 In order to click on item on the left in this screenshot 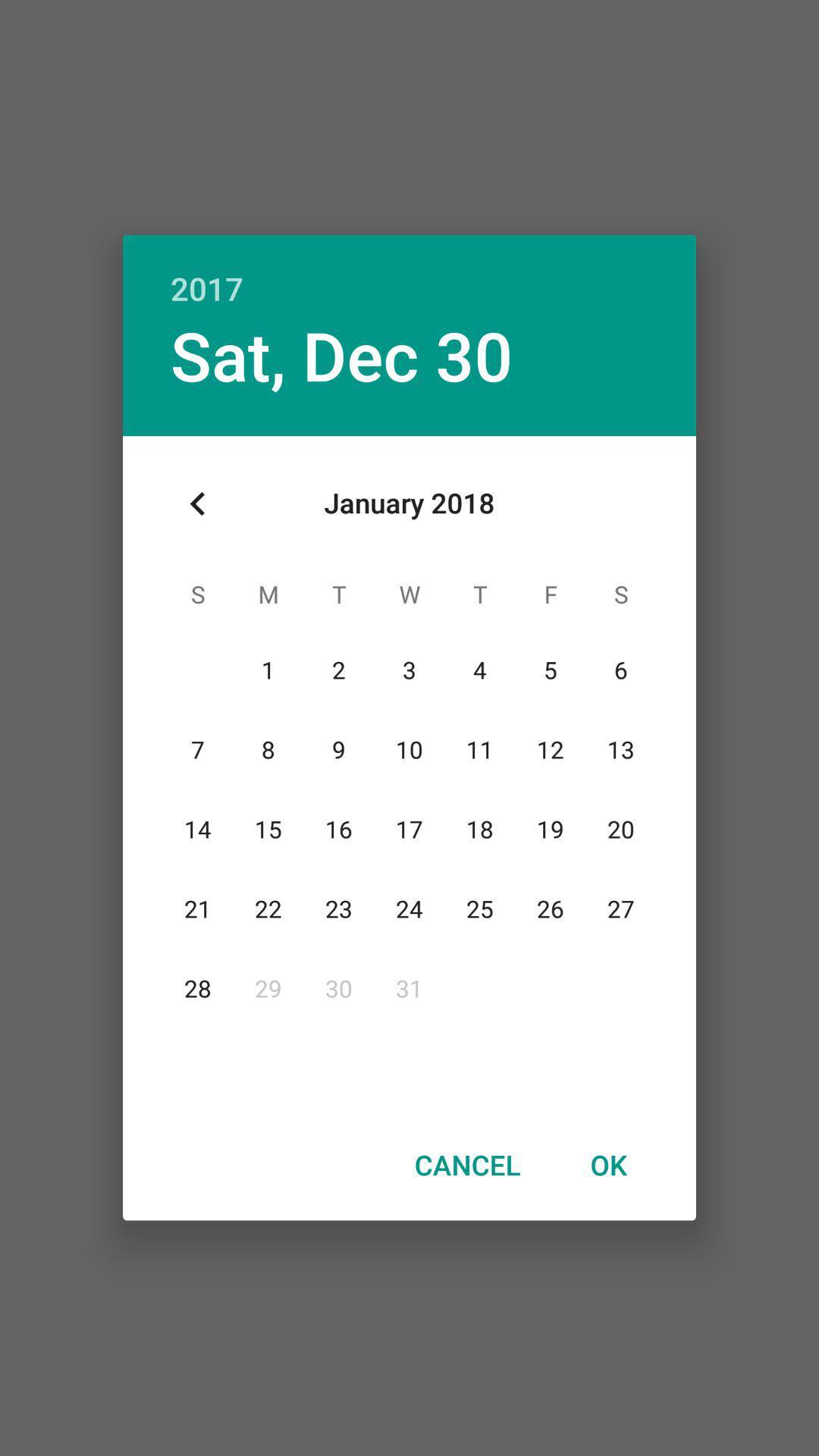, I will do `click(197, 504)`.